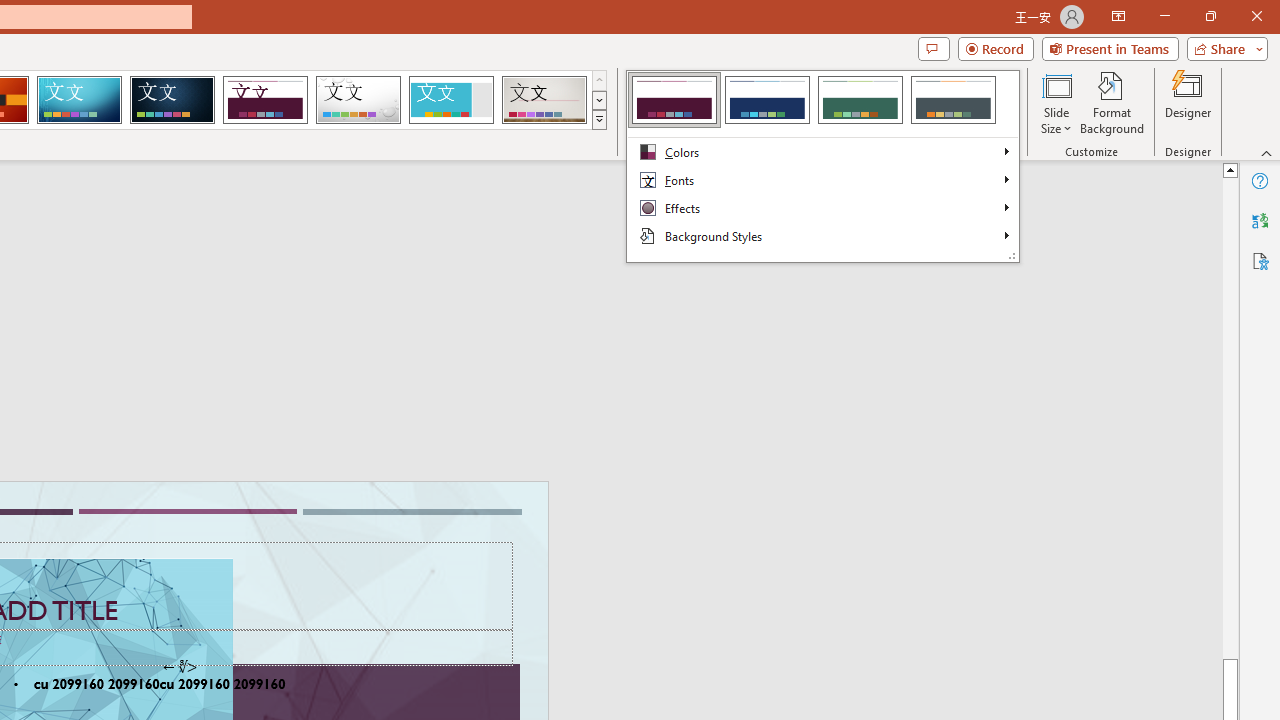 Image resolution: width=1280 pixels, height=720 pixels. Describe the element at coordinates (172, 100) in the screenshot. I see `'Damask'` at that location.